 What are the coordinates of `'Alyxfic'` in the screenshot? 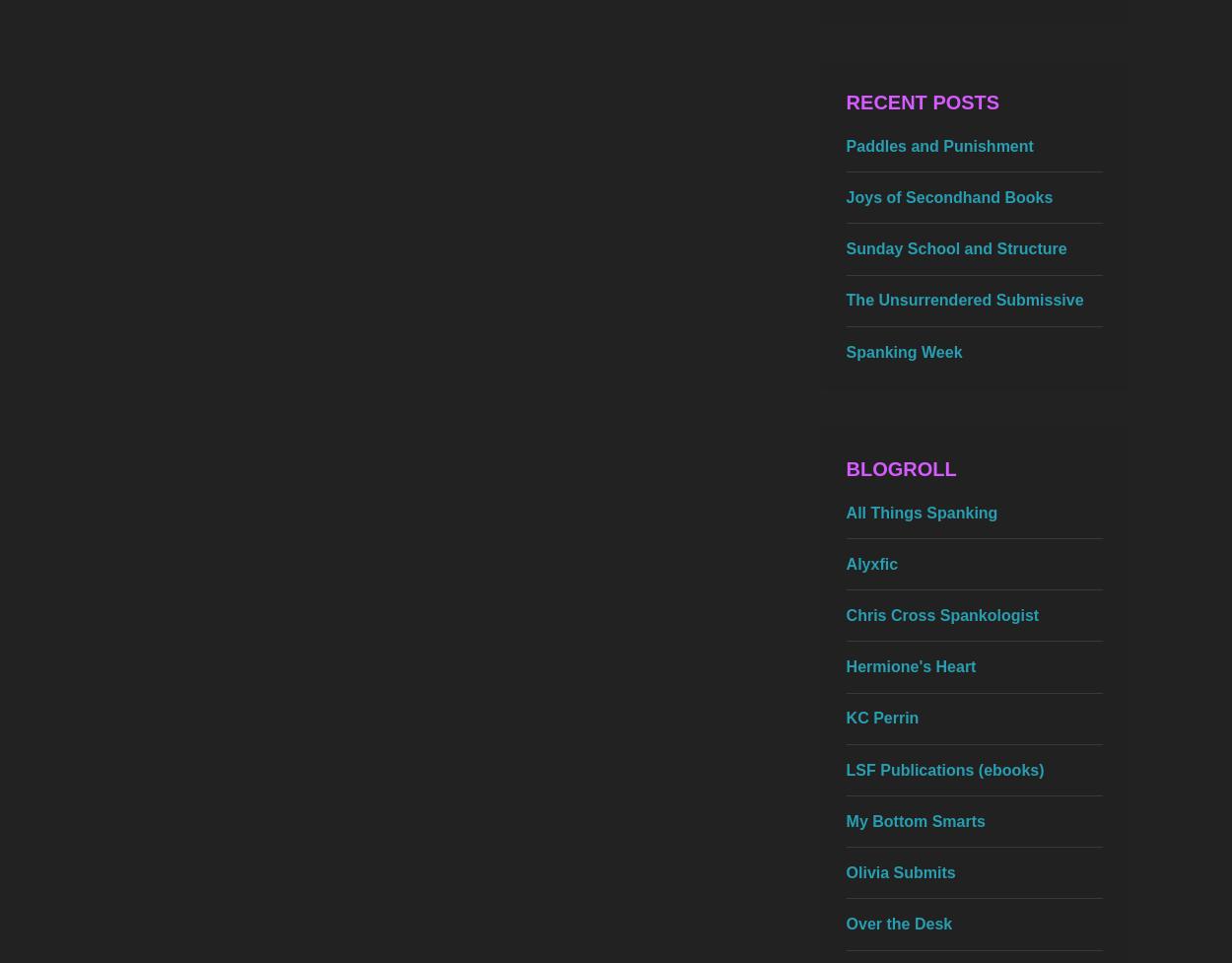 It's located at (845, 562).